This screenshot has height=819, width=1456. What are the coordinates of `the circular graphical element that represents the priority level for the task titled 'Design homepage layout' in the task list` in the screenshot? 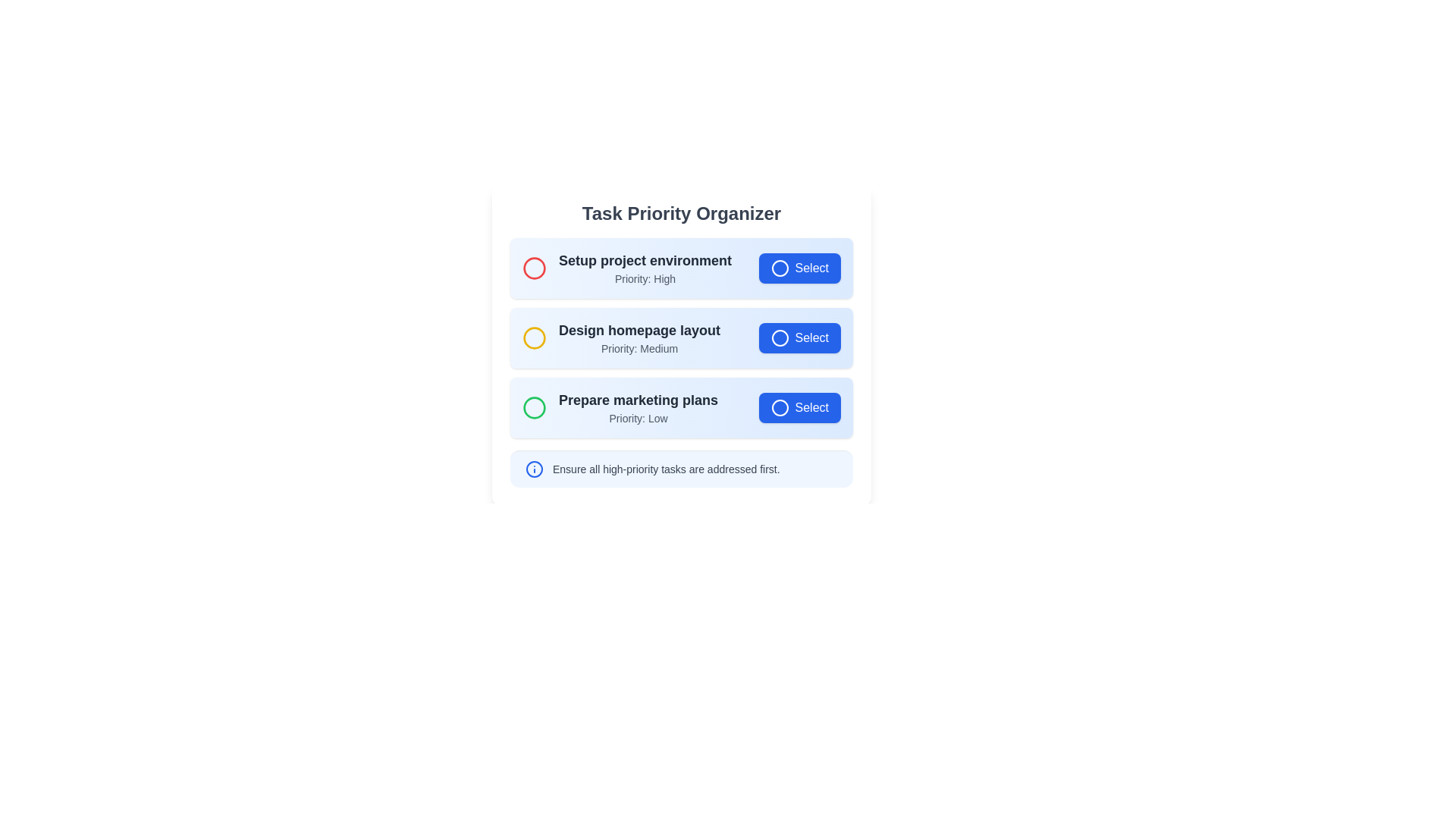 It's located at (535, 337).